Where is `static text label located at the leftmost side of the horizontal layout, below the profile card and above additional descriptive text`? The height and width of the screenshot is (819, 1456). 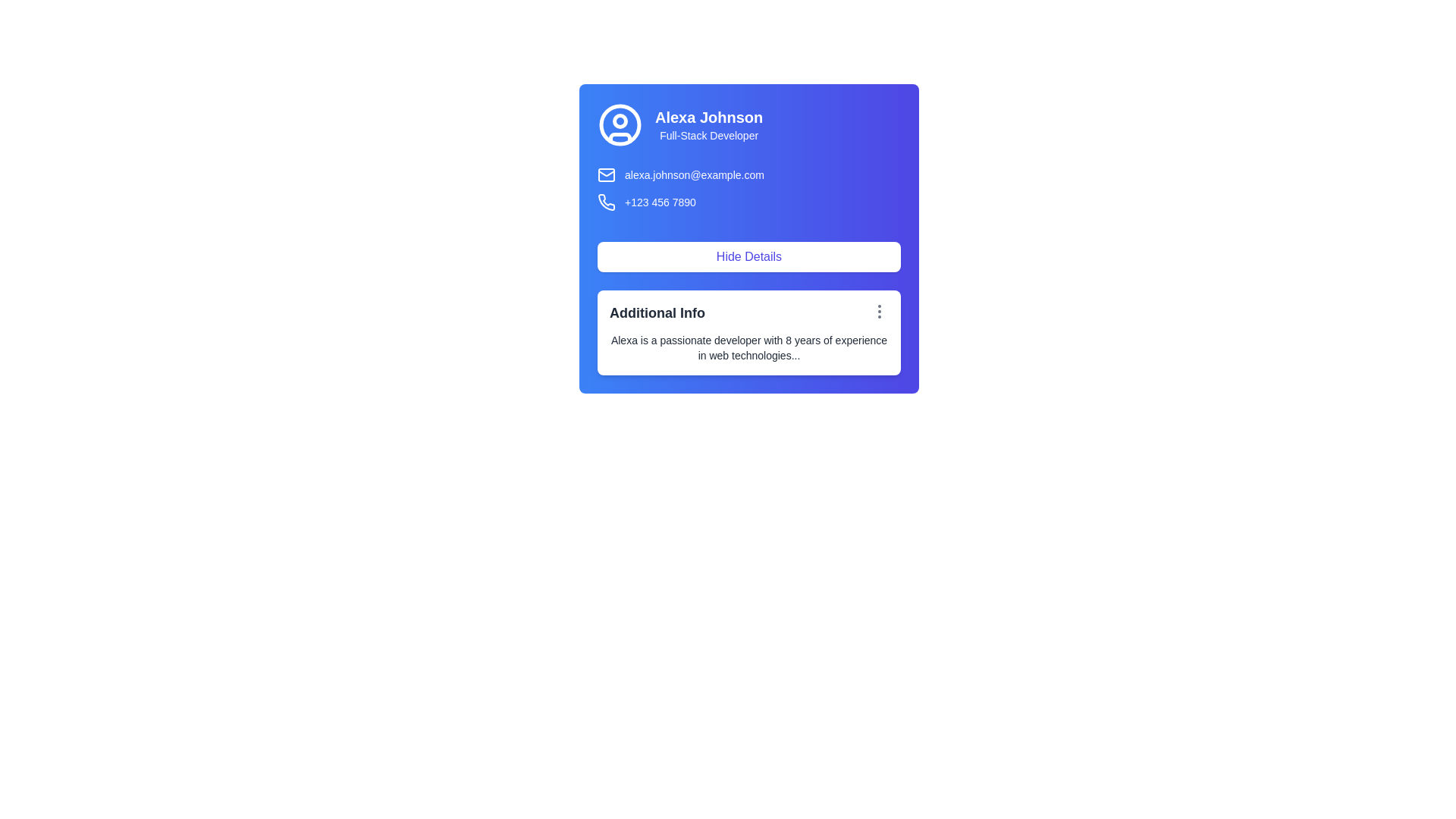
static text label located at the leftmost side of the horizontal layout, below the profile card and above additional descriptive text is located at coordinates (657, 312).